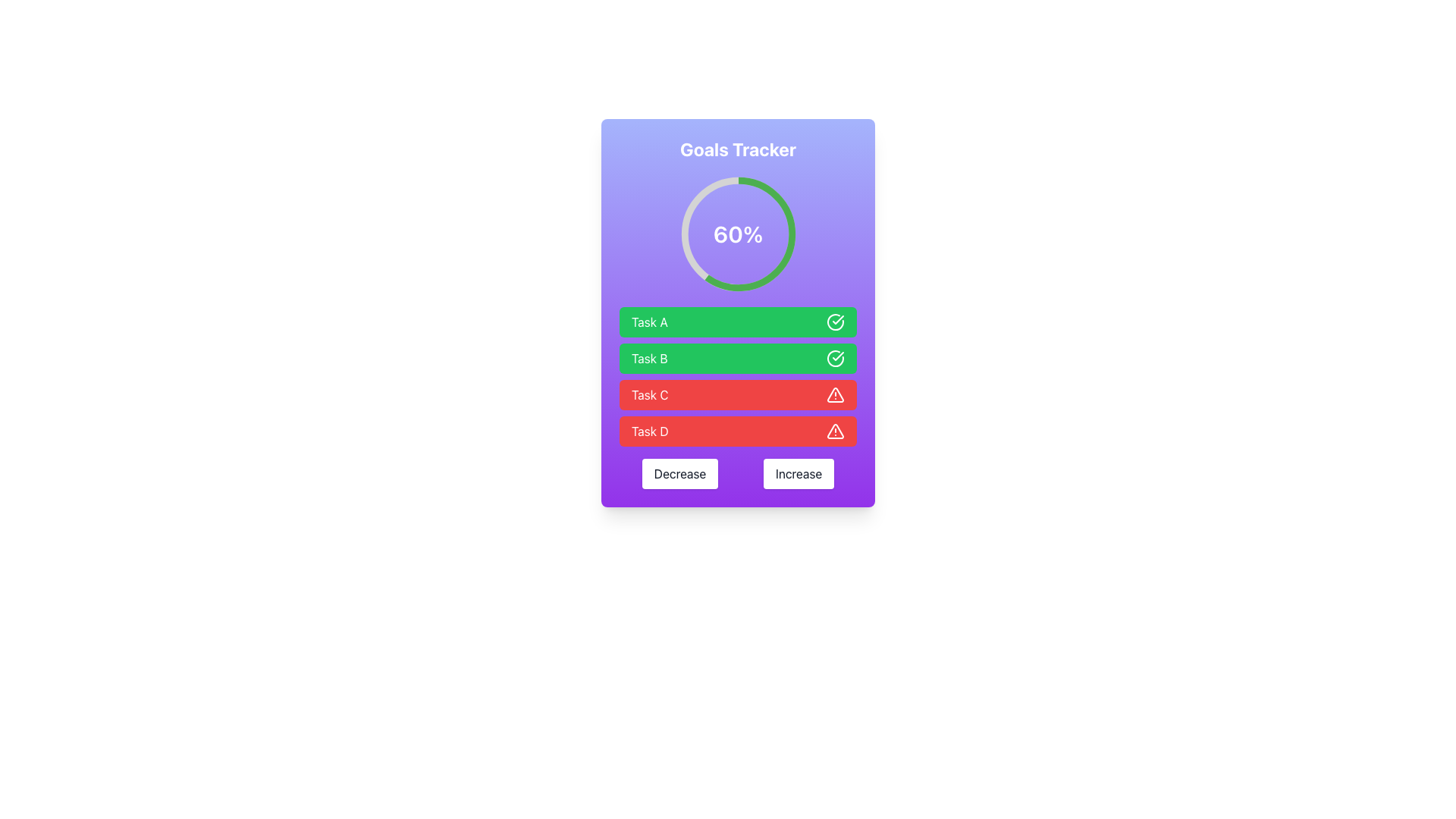 The width and height of the screenshot is (1456, 819). What do you see at coordinates (649, 359) in the screenshot?
I see `the 'Task B' text label, which displays 'Task B' in white text on a green background, positioned beneath the 'Task A' label` at bounding box center [649, 359].